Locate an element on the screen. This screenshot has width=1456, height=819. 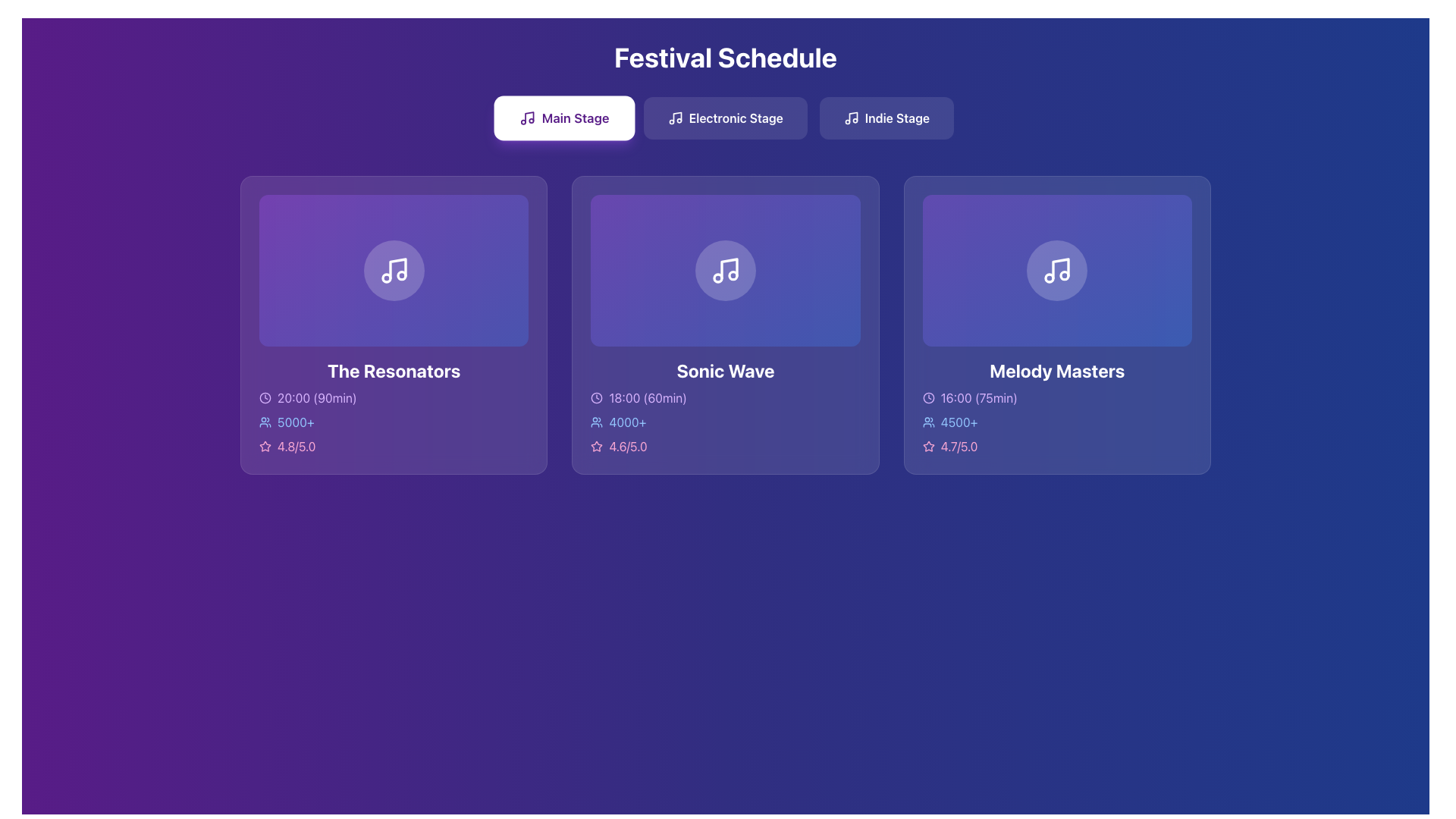
the Text label that indicates the number of attendees for the 'Sonic Wave' event, located beneath the card title and to the right in the data row is located at coordinates (627, 422).